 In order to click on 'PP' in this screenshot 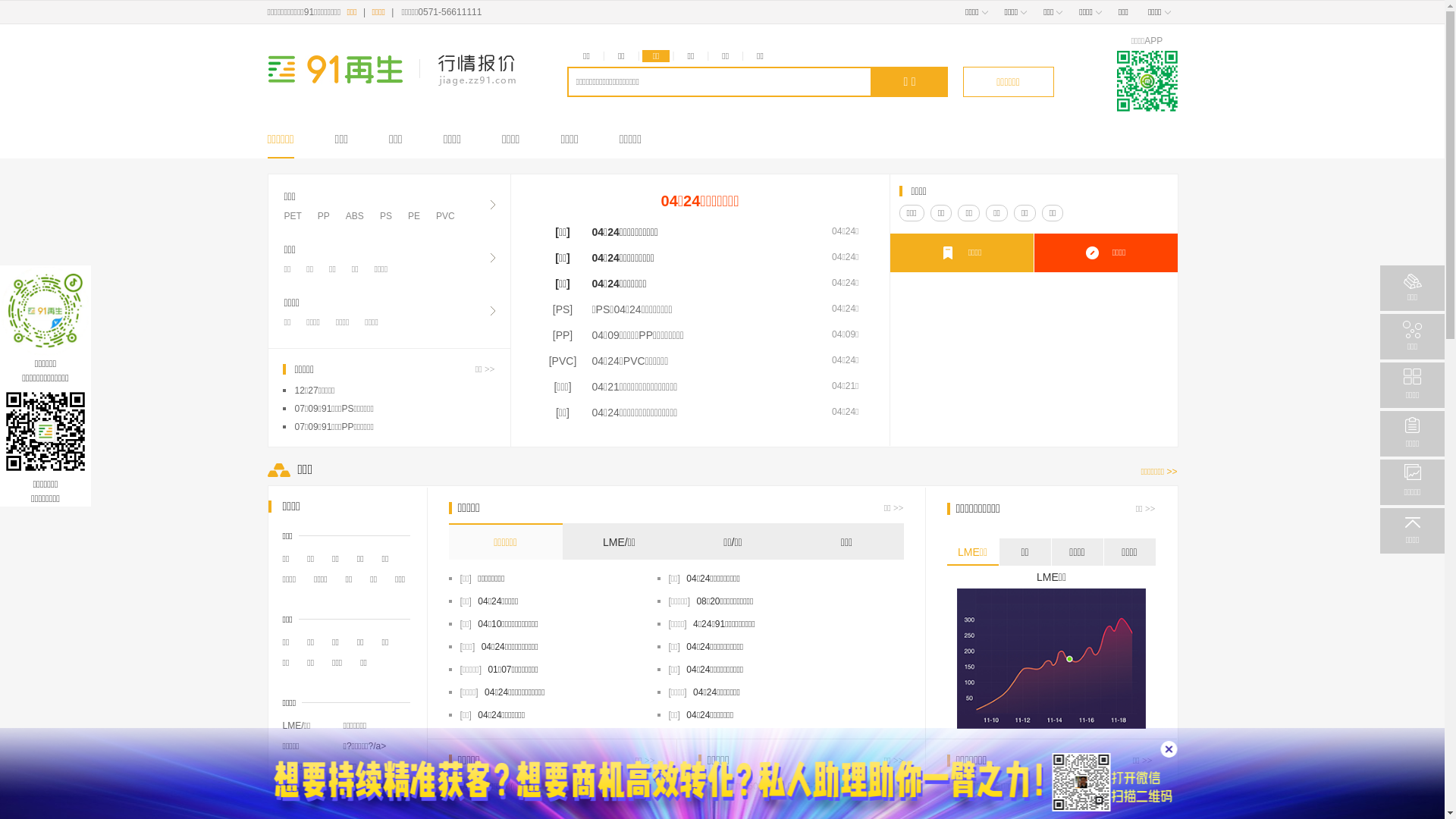, I will do `click(323, 216)`.